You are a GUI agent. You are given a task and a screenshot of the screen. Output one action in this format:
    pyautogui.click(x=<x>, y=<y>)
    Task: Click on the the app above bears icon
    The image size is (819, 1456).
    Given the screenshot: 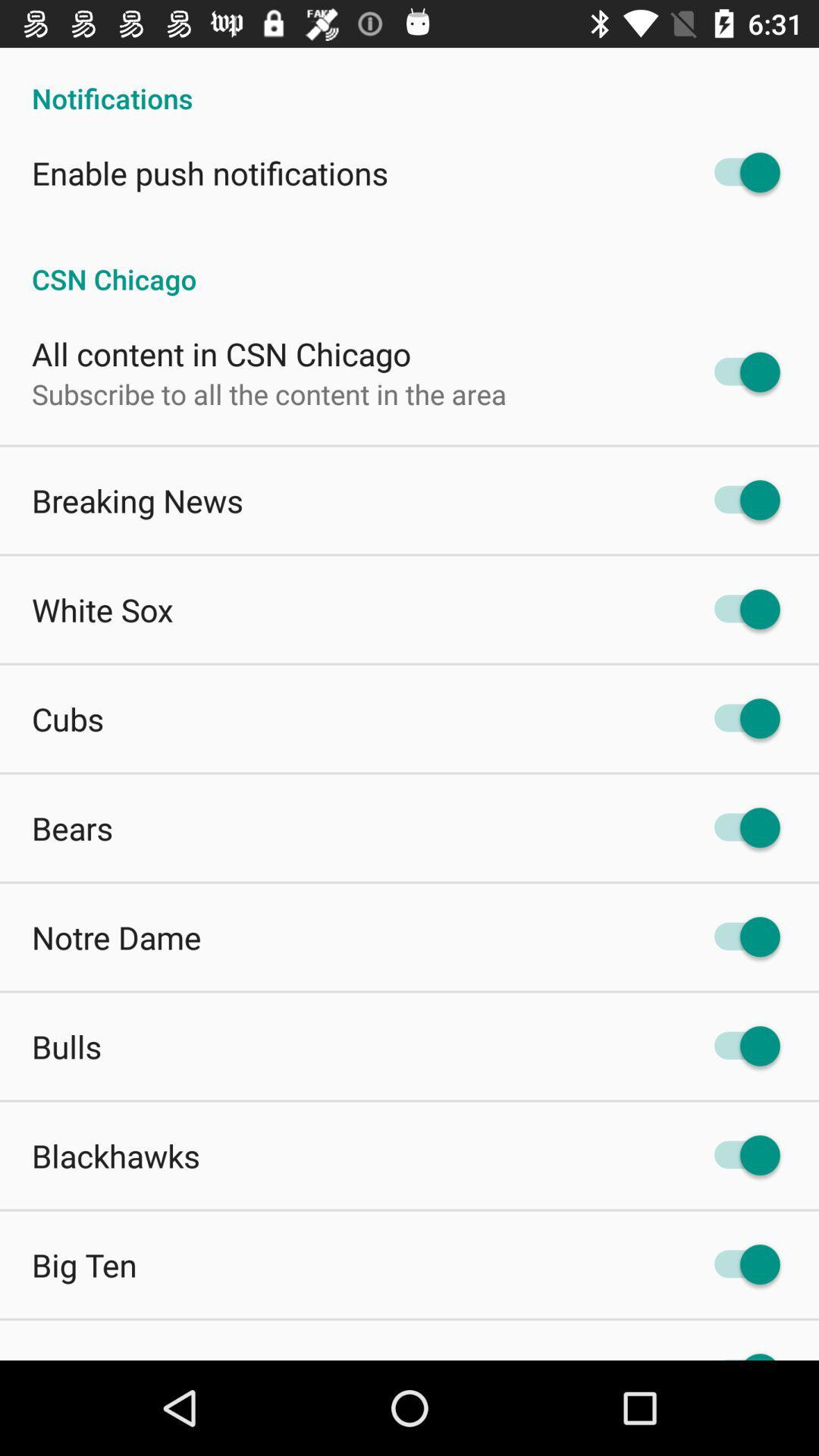 What is the action you would take?
    pyautogui.click(x=67, y=717)
    